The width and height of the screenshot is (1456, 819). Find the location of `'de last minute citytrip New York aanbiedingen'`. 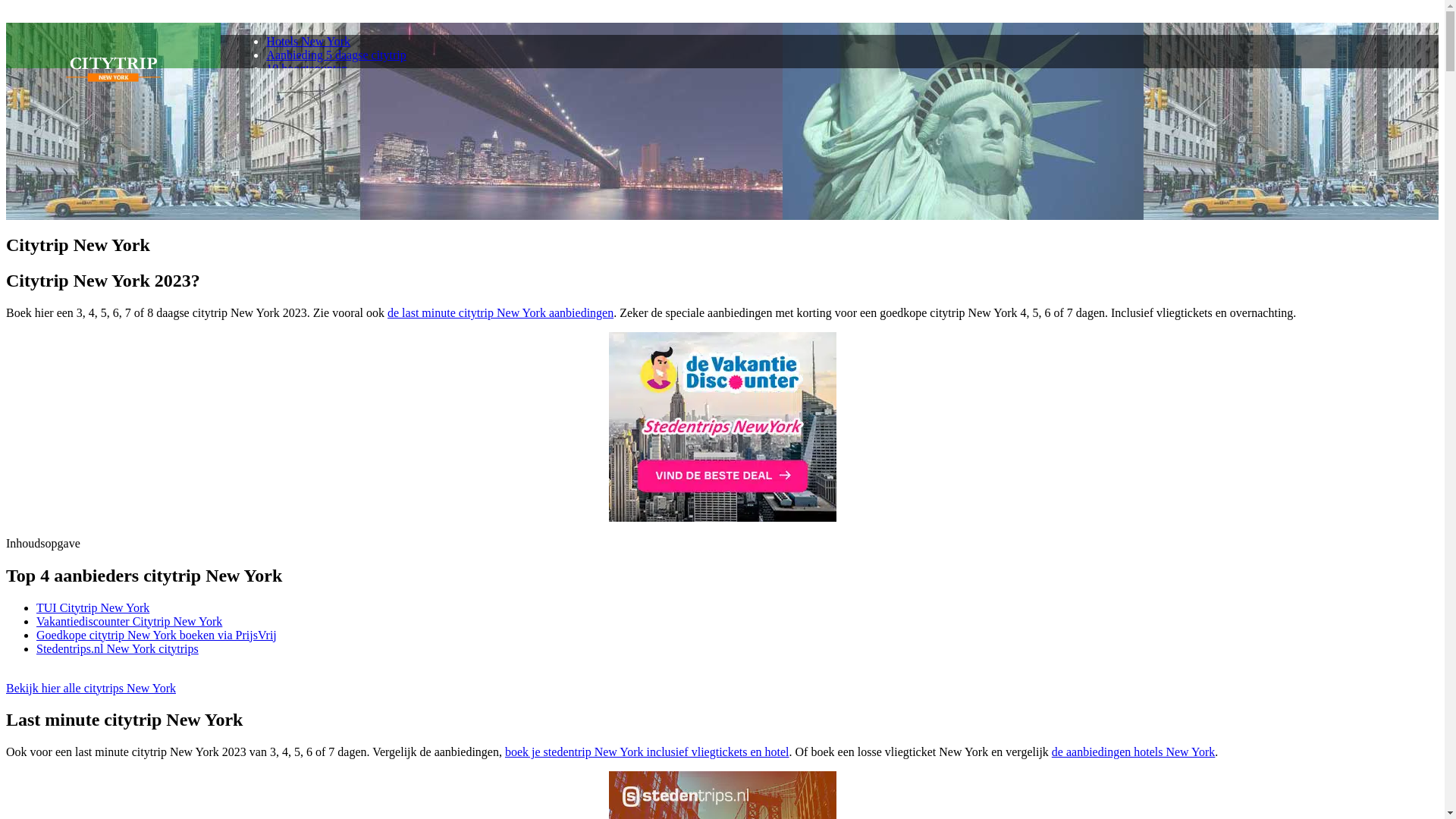

'de last minute citytrip New York aanbiedingen' is located at coordinates (500, 312).